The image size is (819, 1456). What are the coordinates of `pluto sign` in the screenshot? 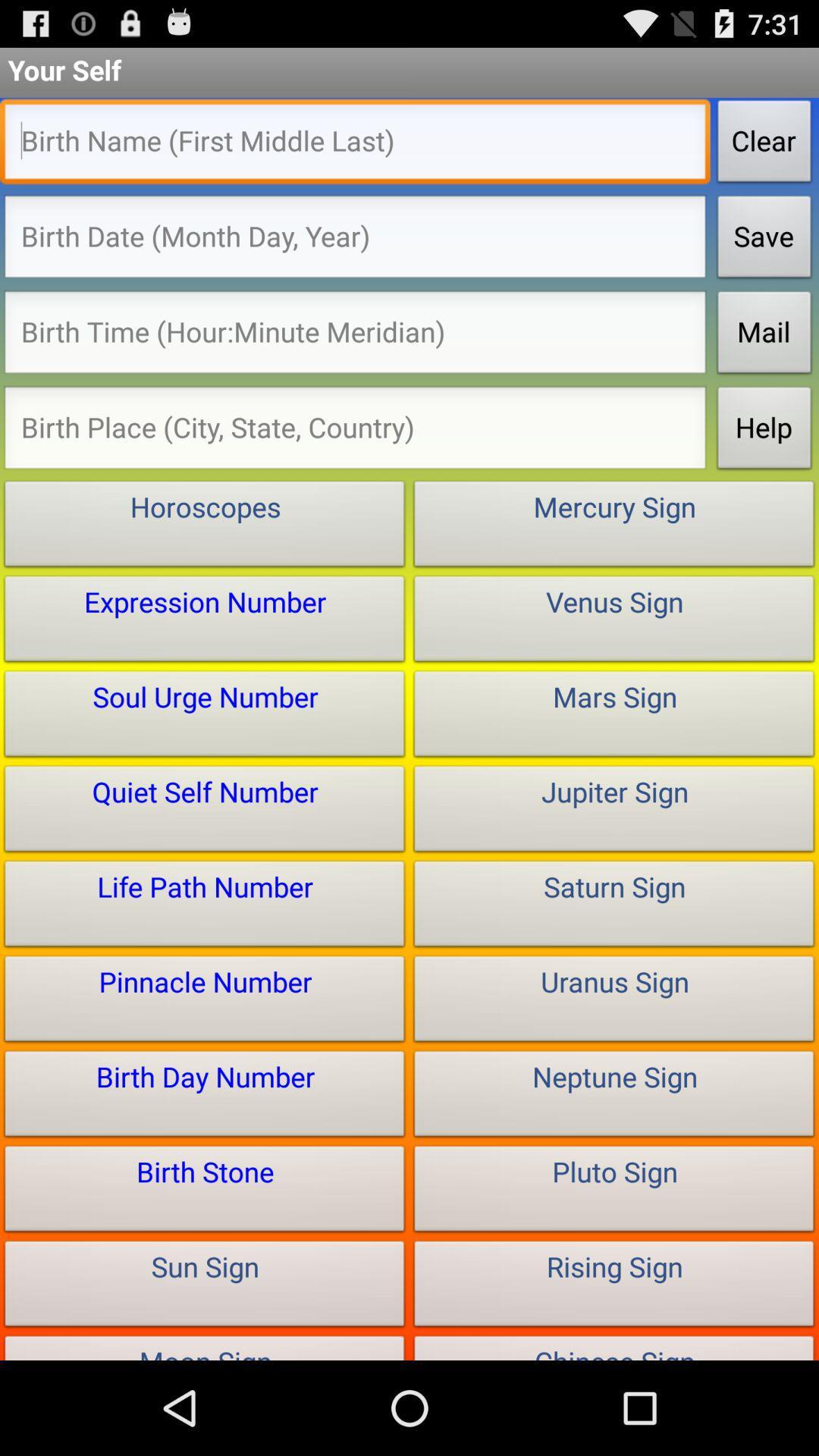 It's located at (614, 1191).